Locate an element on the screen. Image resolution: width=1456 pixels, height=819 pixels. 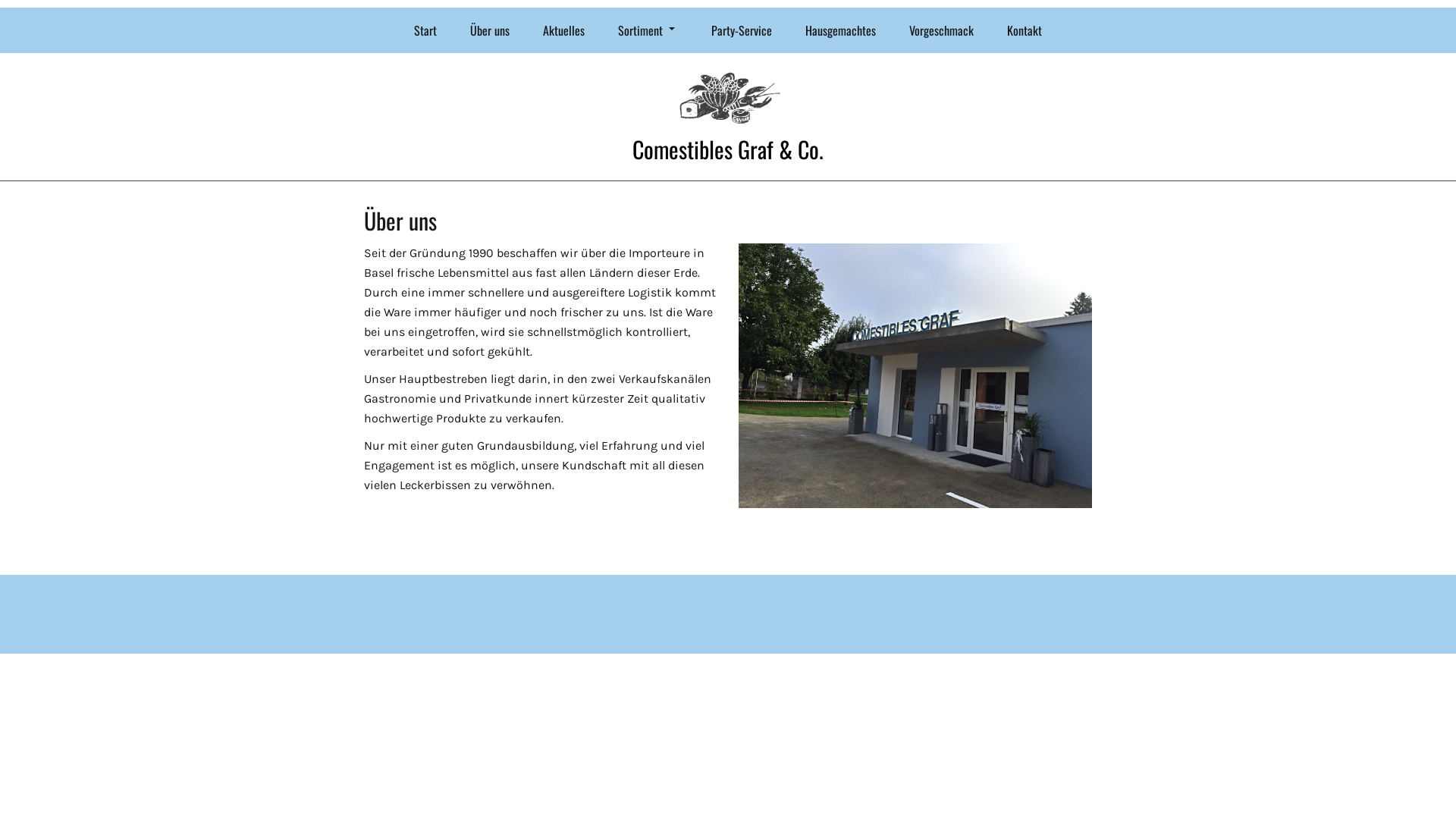
'Vorgeschmack' is located at coordinates (940, 30).